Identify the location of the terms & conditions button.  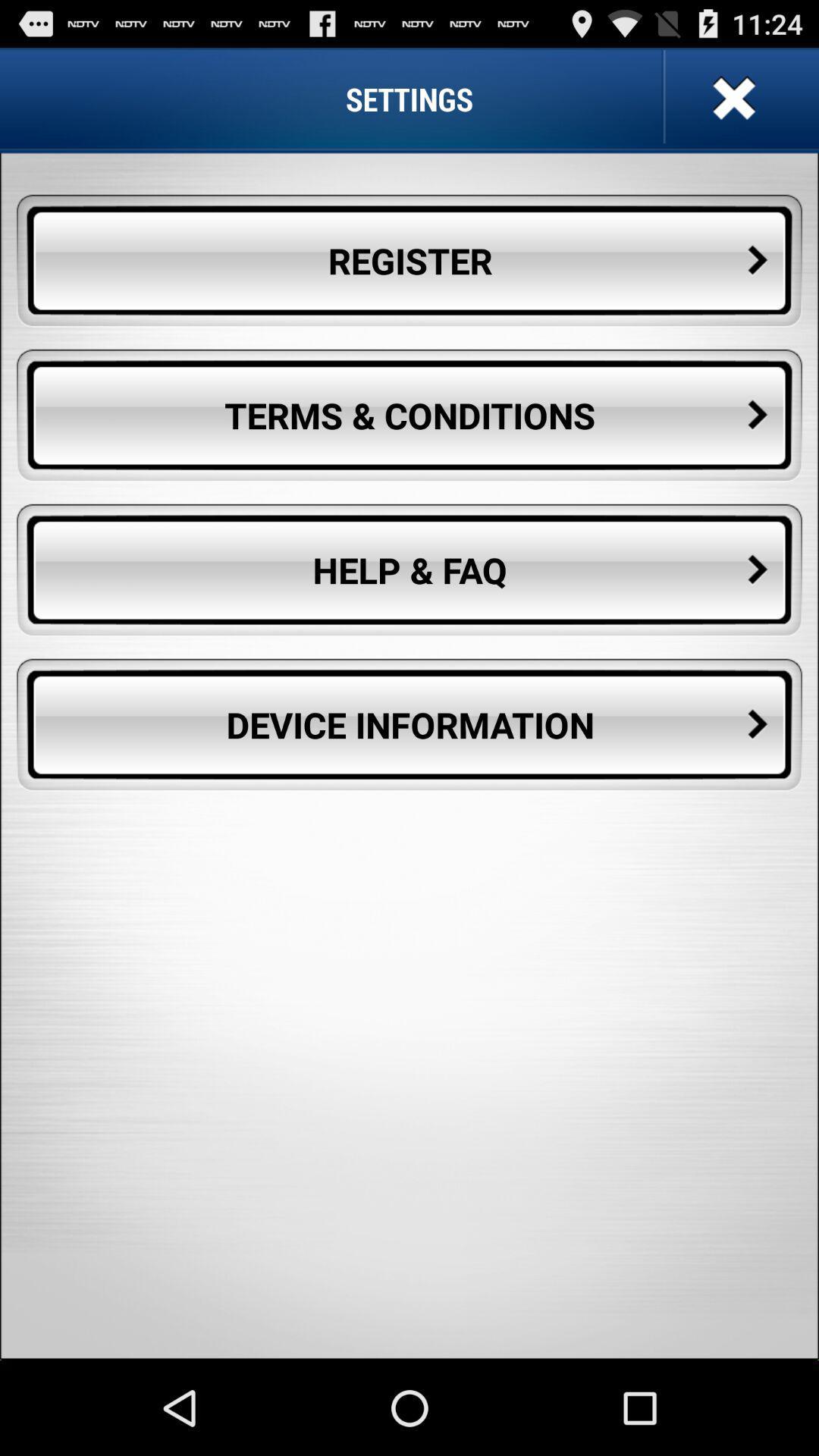
(409, 416).